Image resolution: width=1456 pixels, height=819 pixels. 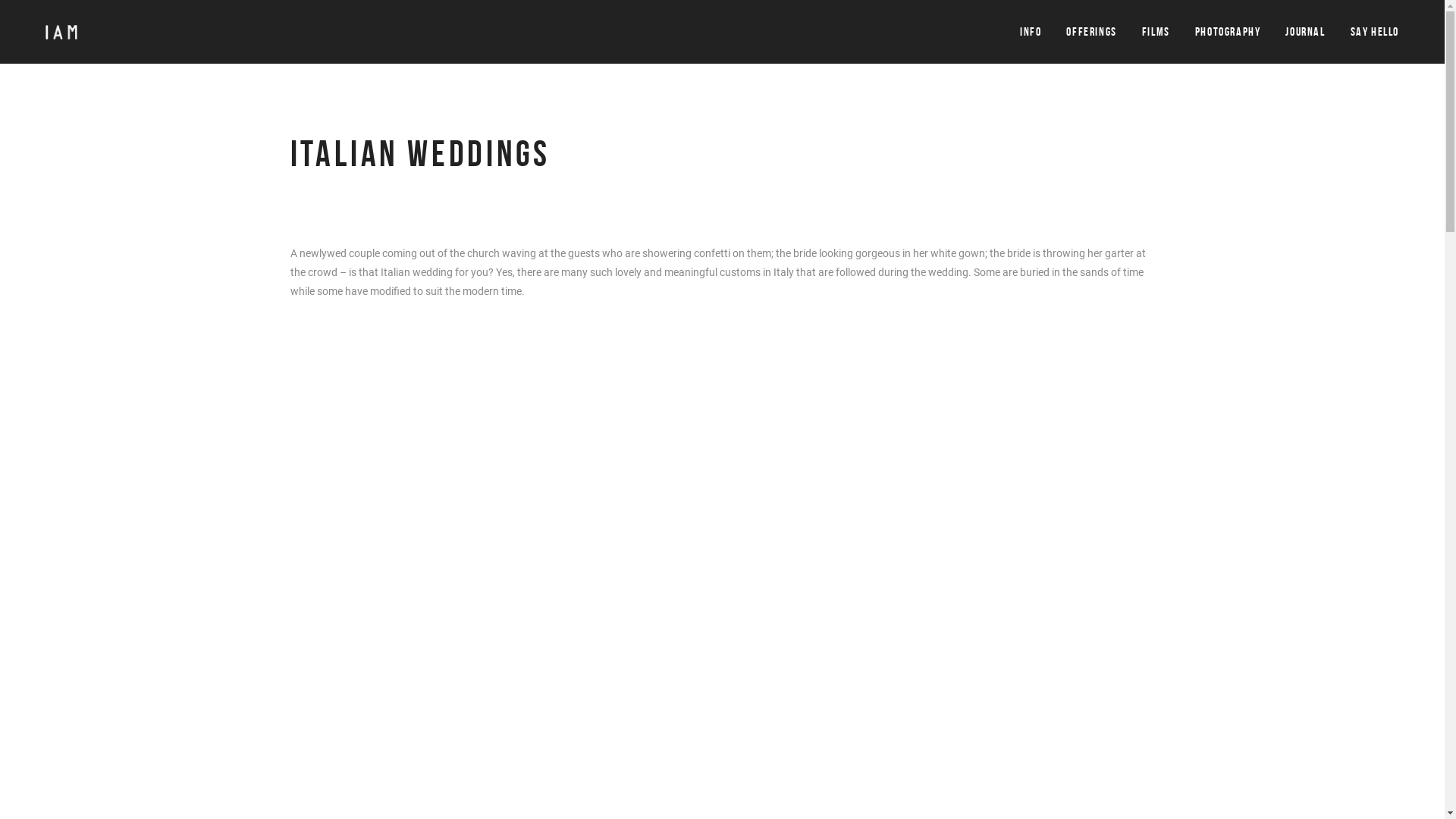 I want to click on 'In A Maze Wedding Filmmaker and Wedding Photographer', so click(x=305, y=553).